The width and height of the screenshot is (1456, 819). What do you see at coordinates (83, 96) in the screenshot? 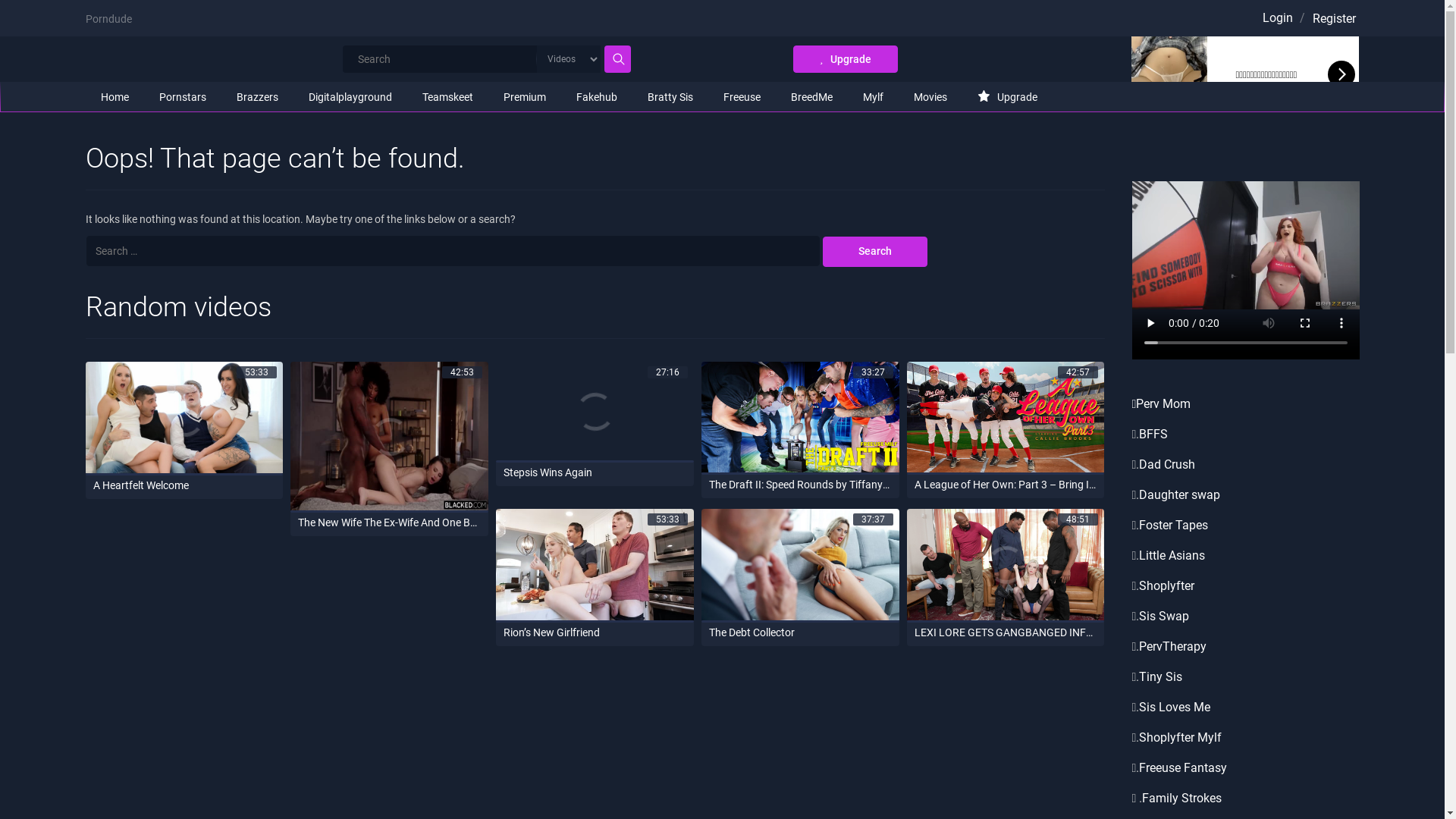
I see `'Home'` at bounding box center [83, 96].